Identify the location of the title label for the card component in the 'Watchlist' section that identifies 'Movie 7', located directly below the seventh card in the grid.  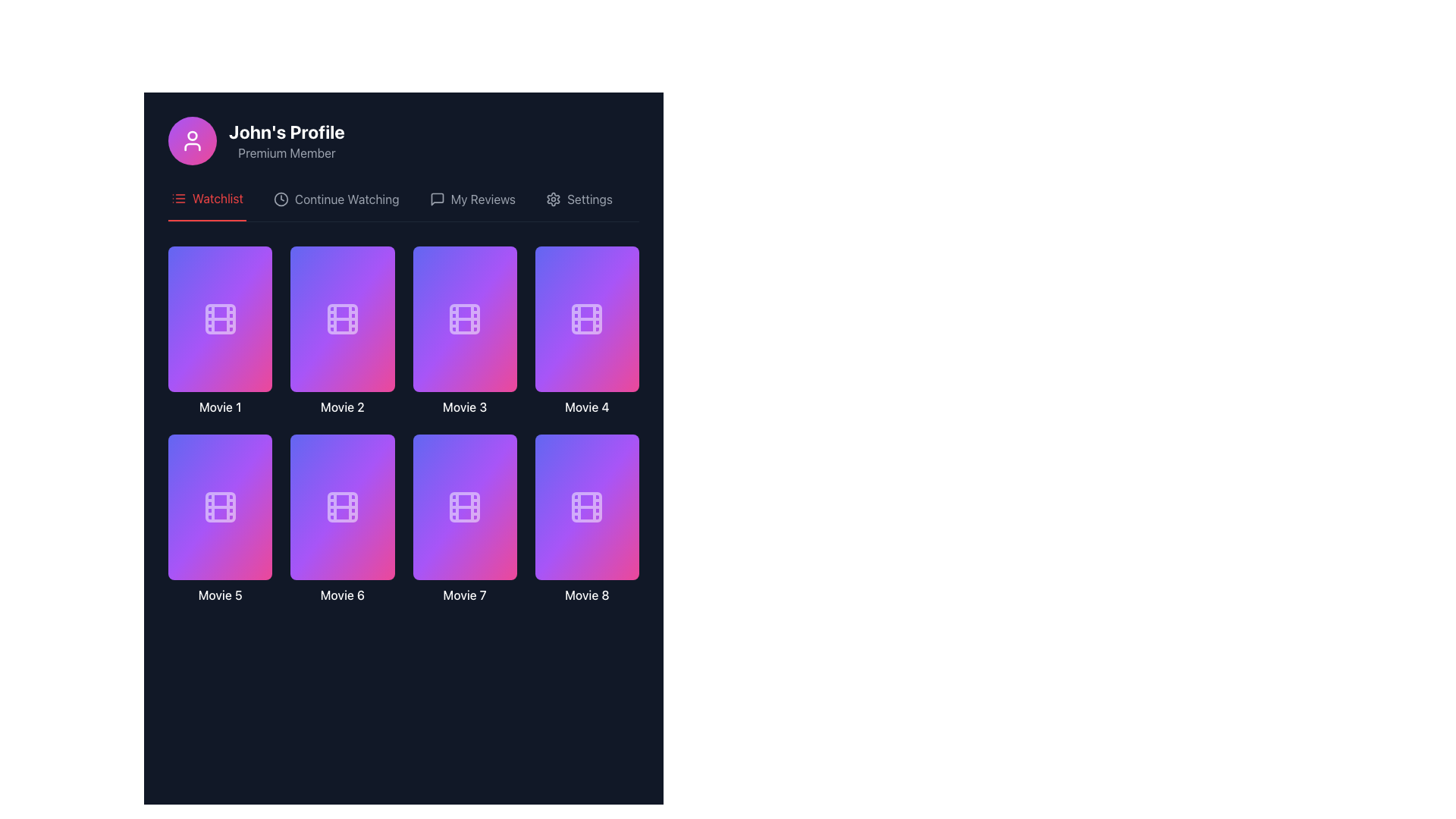
(464, 595).